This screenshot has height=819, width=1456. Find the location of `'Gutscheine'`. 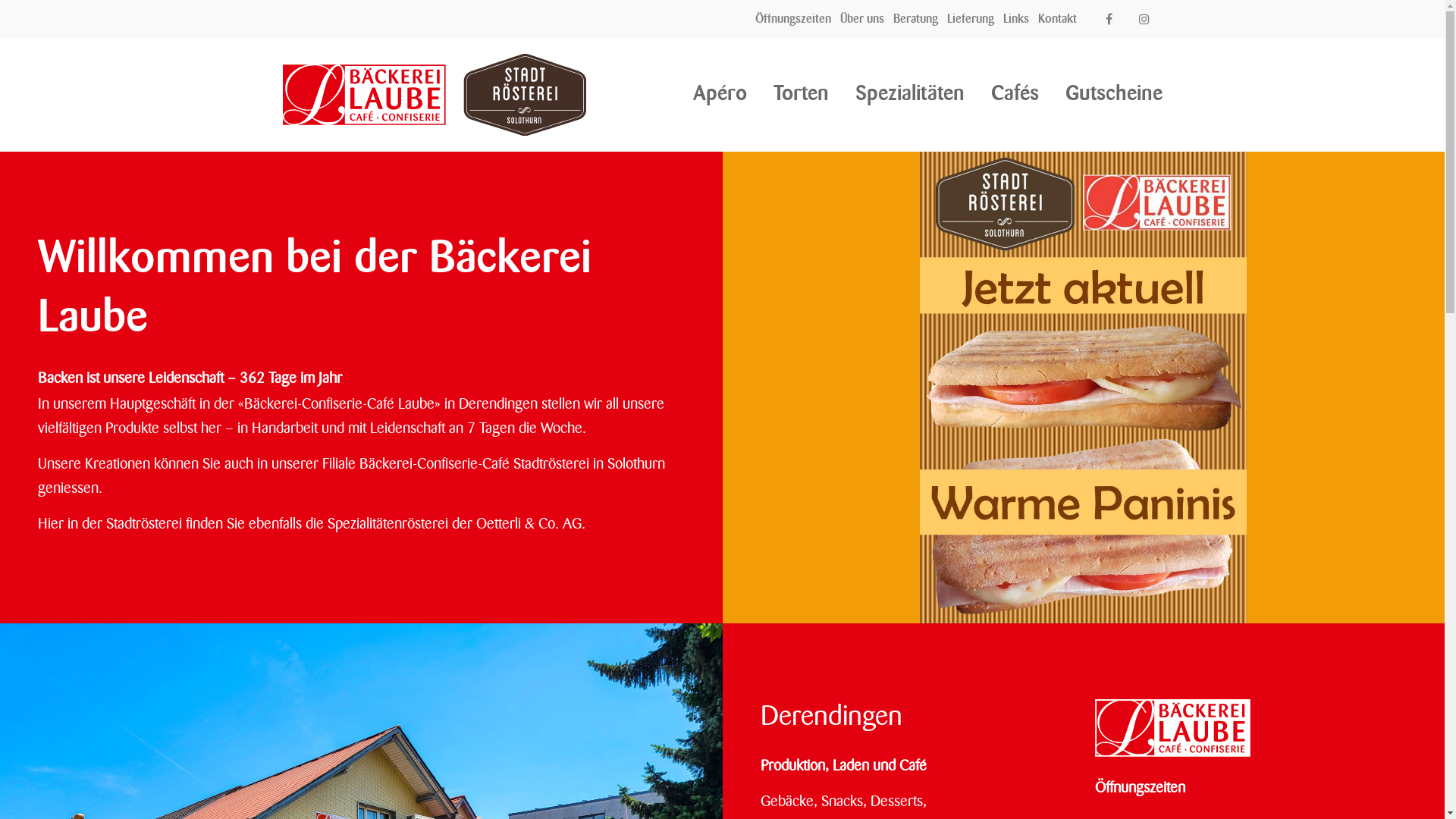

'Gutscheine' is located at coordinates (1113, 93).